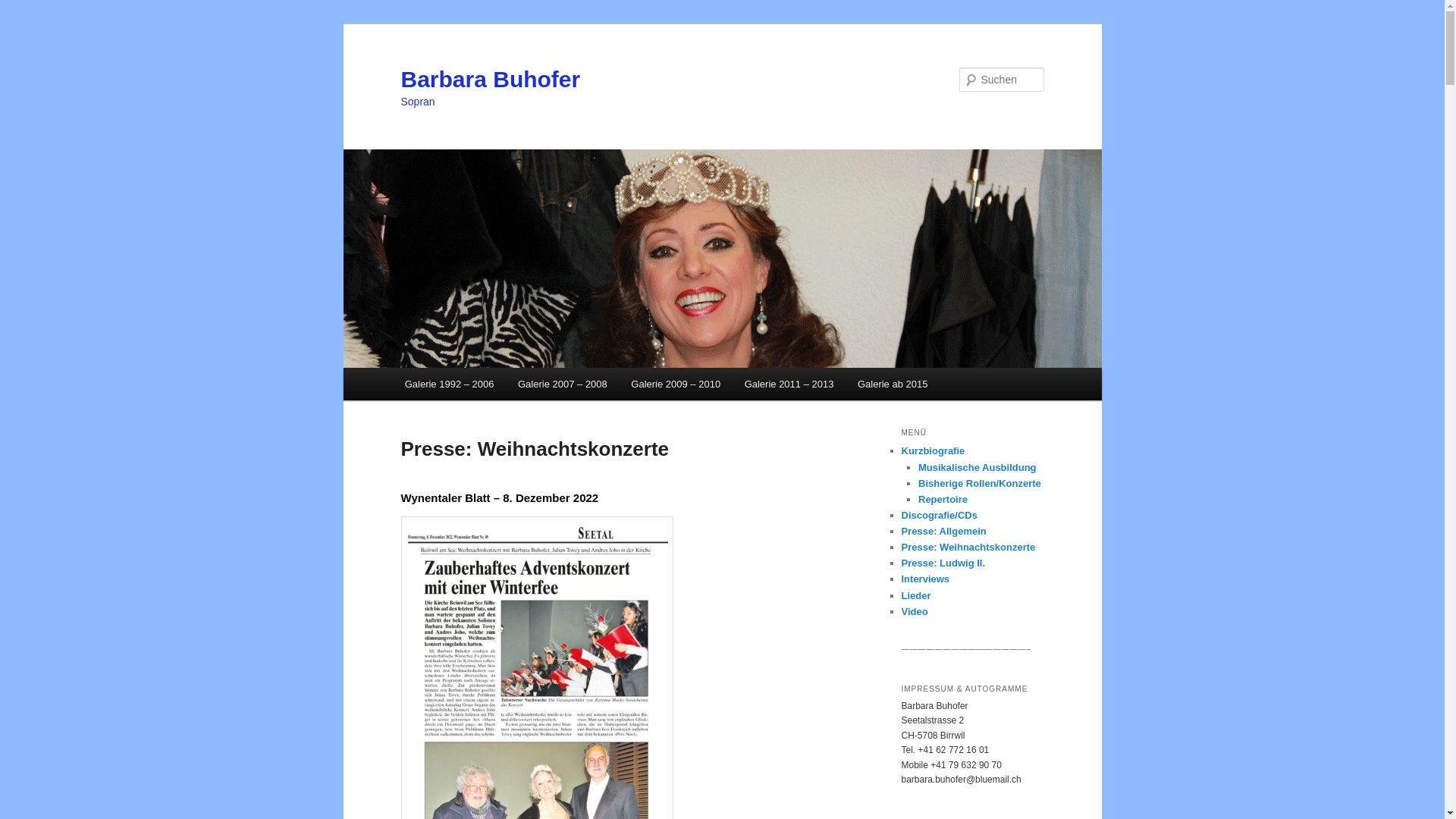  Describe the element at coordinates (23, 23) in the screenshot. I see `'Zum Inhalt wechseln'` at that location.